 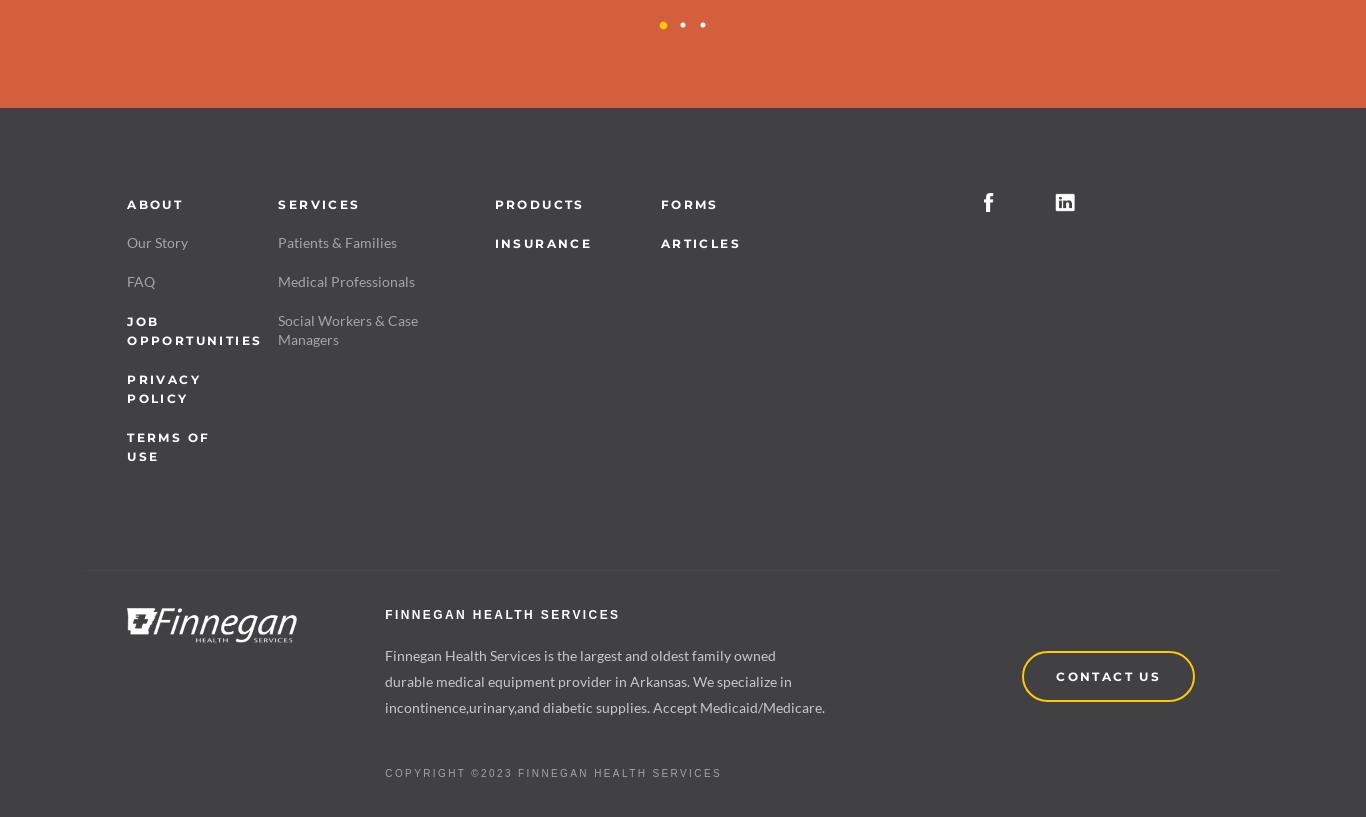 What do you see at coordinates (542, 241) in the screenshot?
I see `'Insurance'` at bounding box center [542, 241].